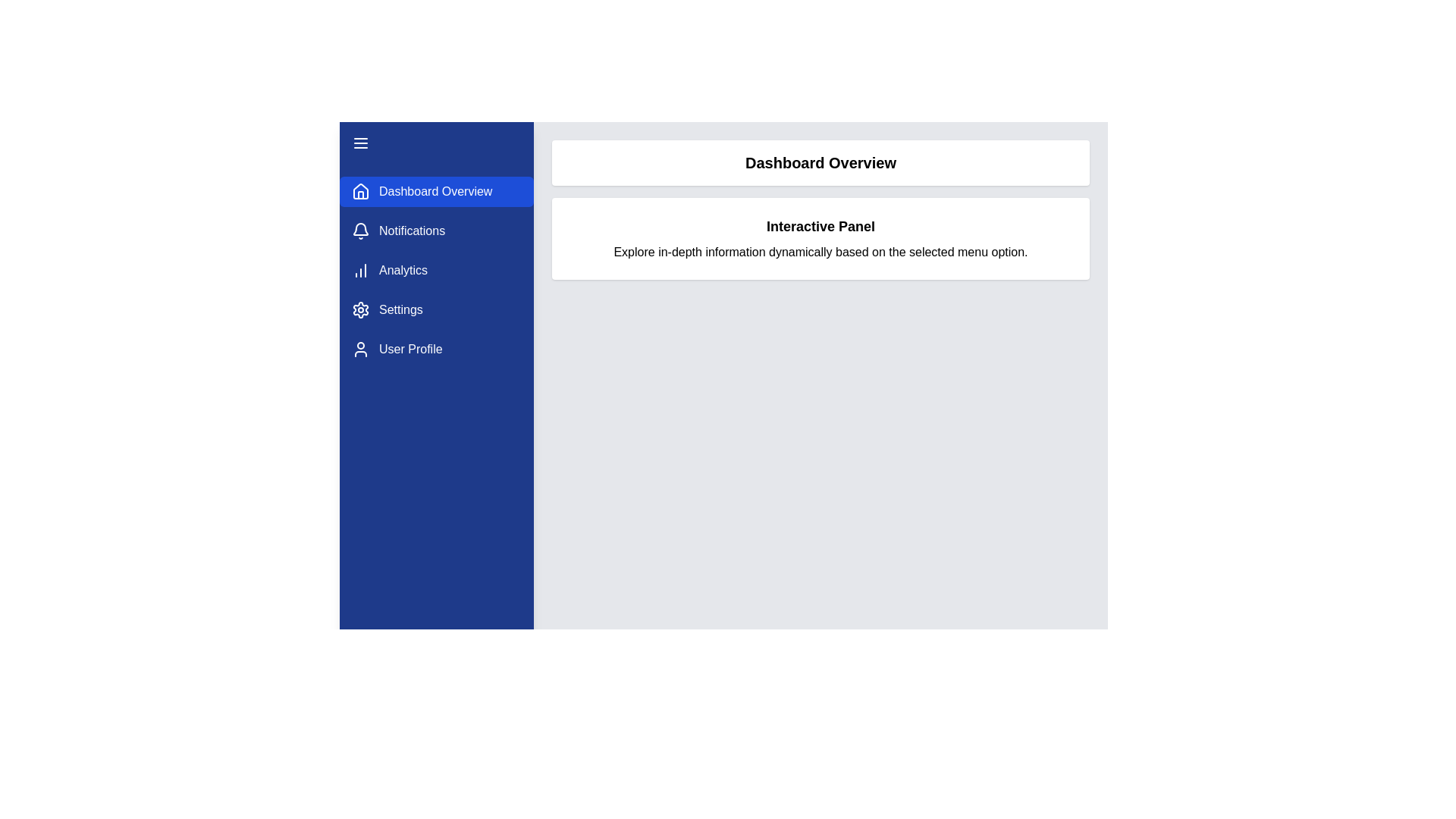  Describe the element at coordinates (820, 239) in the screenshot. I see `text displayed in the descriptive panel located below the 'Dashboard Overview' header, which provides an overview or instructions about the interactive features available based on menu selections` at that location.